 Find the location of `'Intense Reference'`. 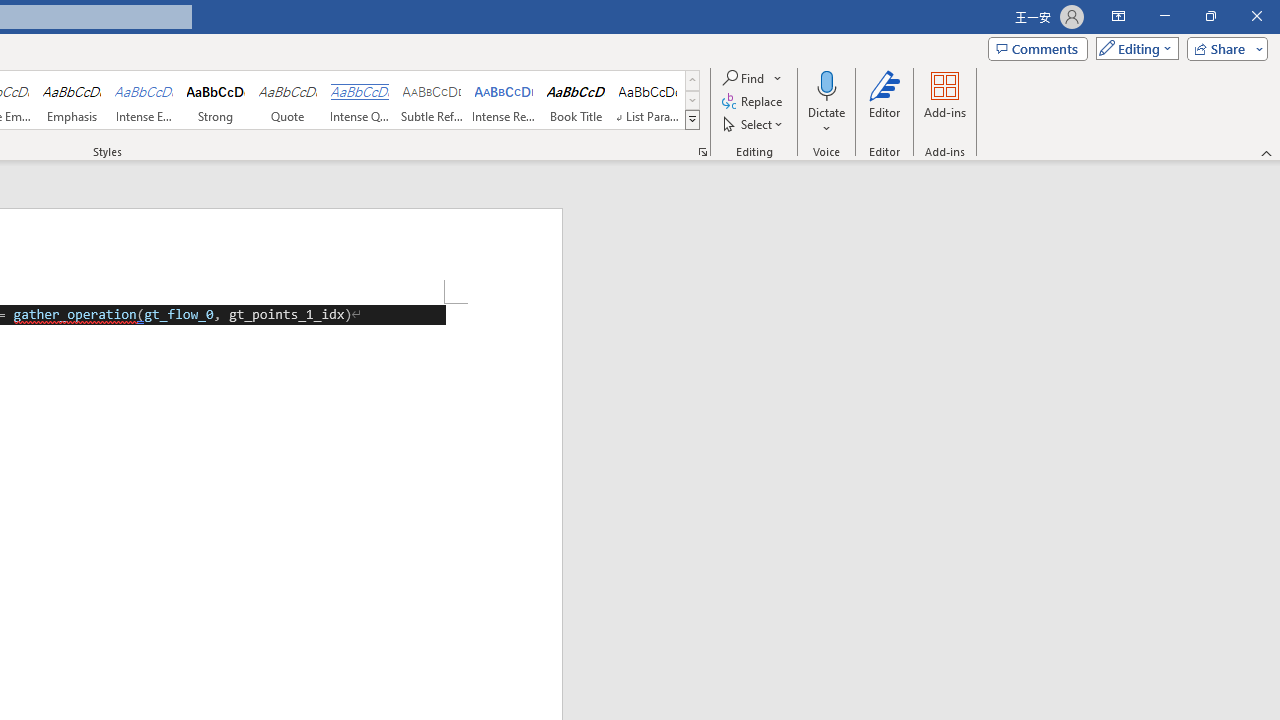

'Intense Reference' is located at coordinates (504, 100).